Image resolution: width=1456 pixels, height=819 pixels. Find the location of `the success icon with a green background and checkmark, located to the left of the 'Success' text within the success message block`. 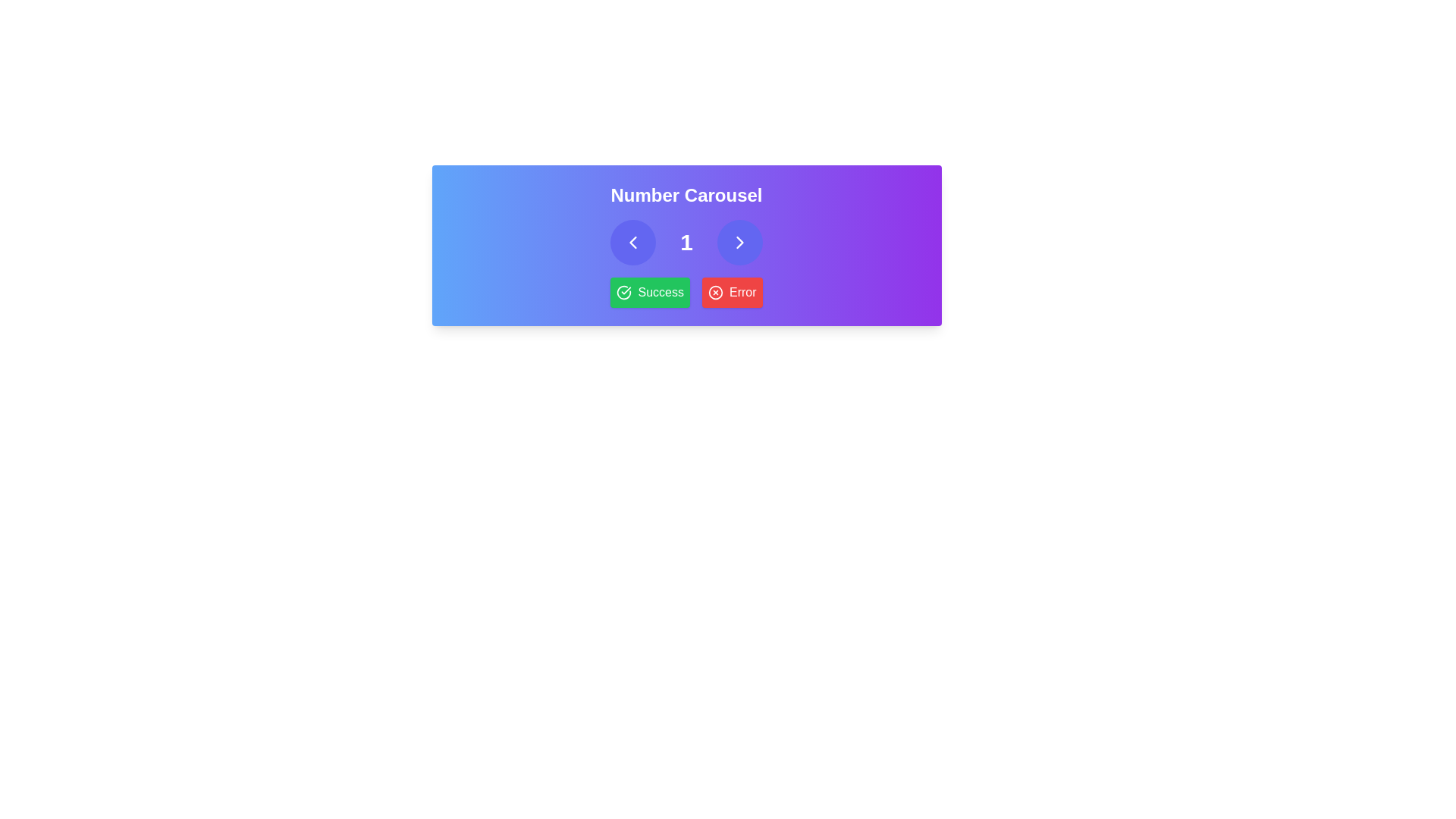

the success icon with a green background and checkmark, located to the left of the 'Success' text within the success message block is located at coordinates (624, 292).